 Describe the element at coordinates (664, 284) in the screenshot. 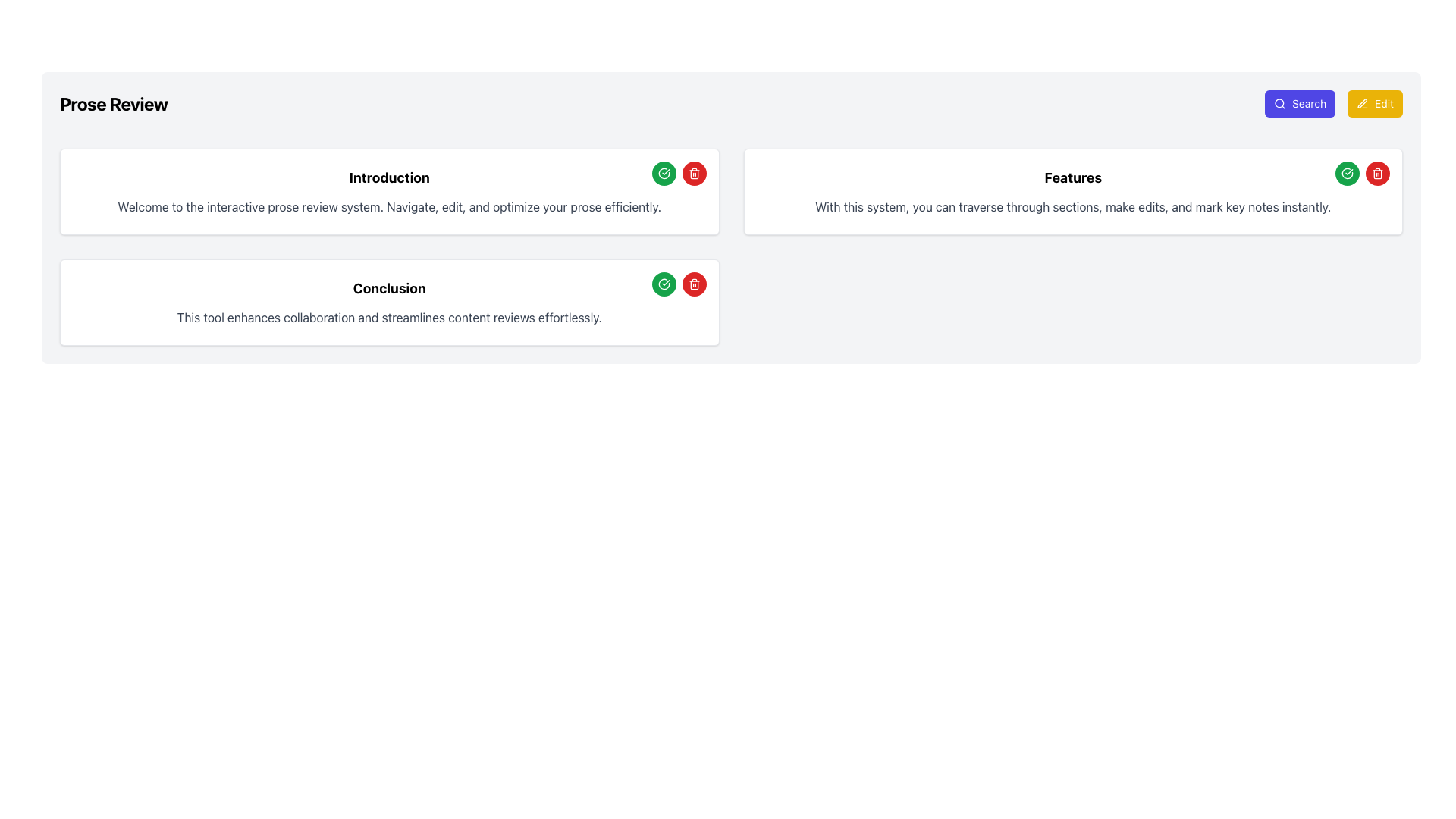

I see `the circular icon with a checkmark located in the top-right quadrant of the 'Introduction' section` at that location.